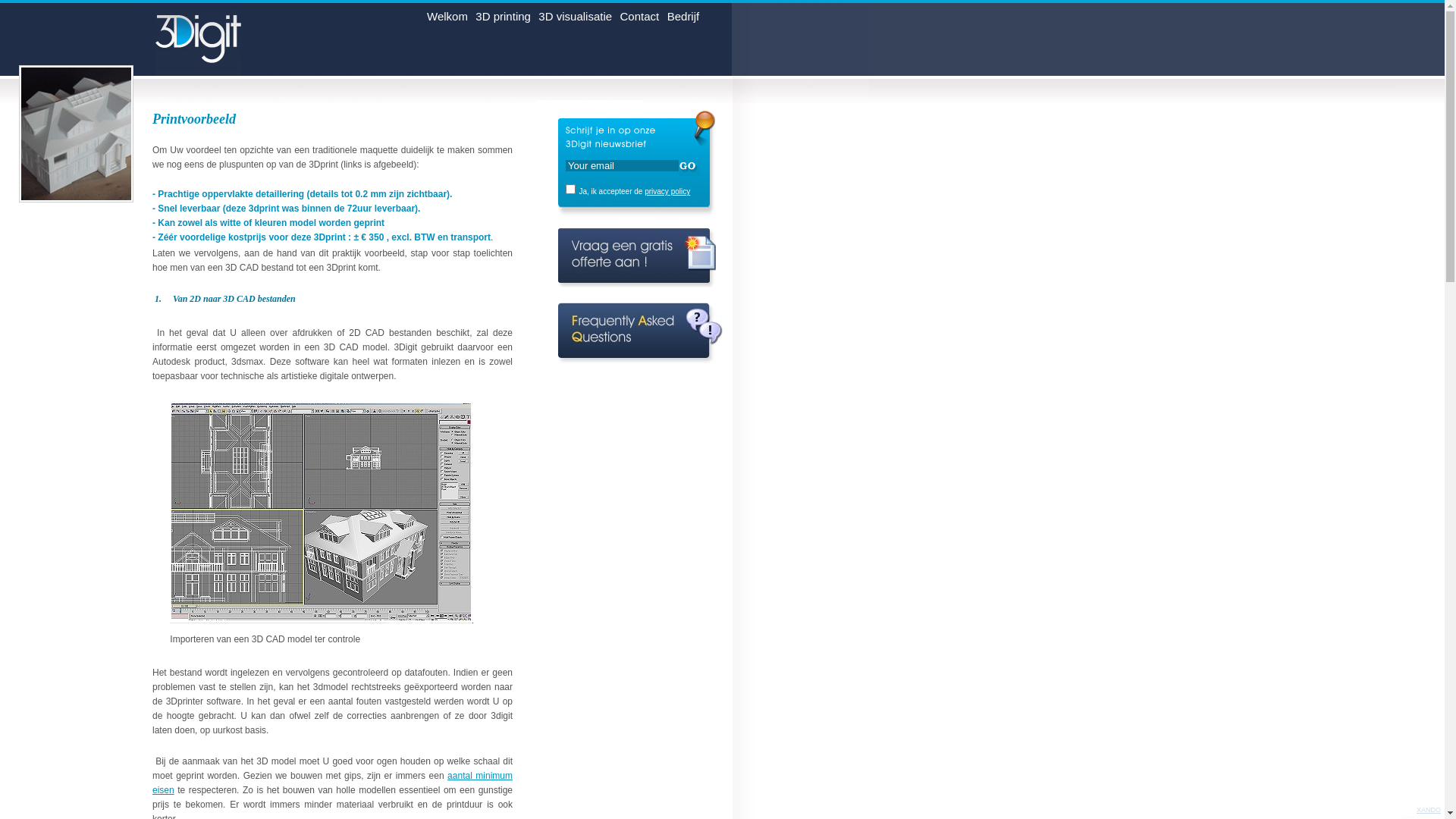 This screenshot has height=819, width=1456. Describe the element at coordinates (640, 19) in the screenshot. I see `'Contact'` at that location.